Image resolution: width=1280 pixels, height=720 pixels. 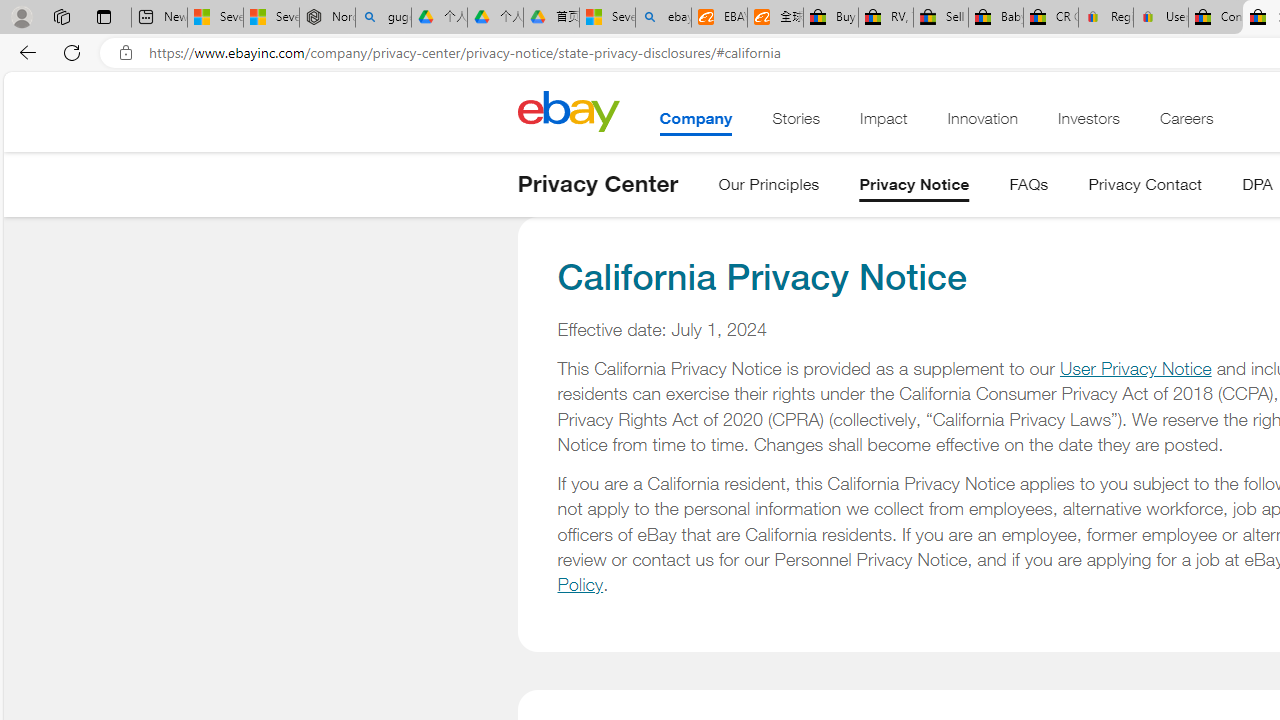 I want to click on 'Privacy Notice', so click(x=913, y=188).